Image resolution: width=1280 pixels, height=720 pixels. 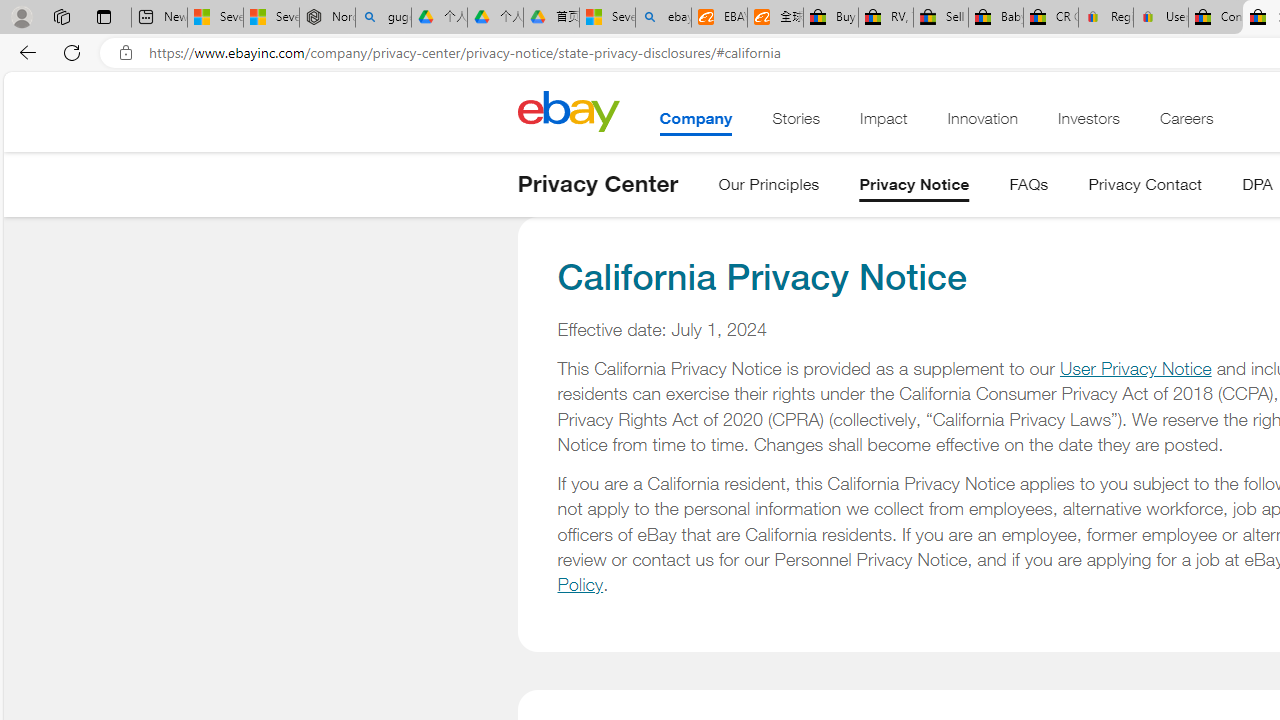 I want to click on 'Privacy Notice', so click(x=913, y=188).